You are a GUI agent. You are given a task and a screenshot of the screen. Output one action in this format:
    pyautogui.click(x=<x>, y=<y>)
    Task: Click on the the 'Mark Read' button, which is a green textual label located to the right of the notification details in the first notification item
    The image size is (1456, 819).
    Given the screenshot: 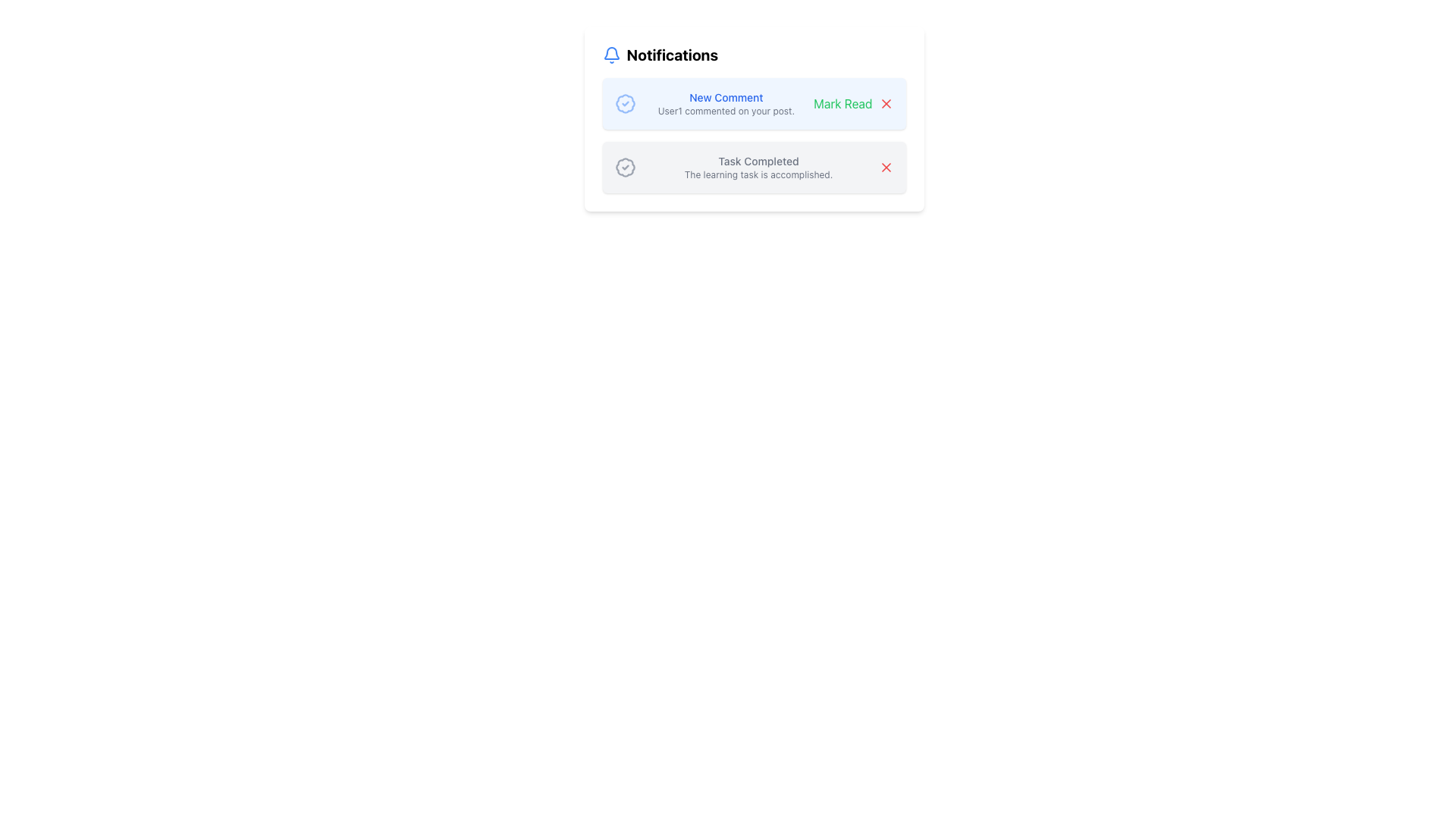 What is the action you would take?
    pyautogui.click(x=842, y=103)
    